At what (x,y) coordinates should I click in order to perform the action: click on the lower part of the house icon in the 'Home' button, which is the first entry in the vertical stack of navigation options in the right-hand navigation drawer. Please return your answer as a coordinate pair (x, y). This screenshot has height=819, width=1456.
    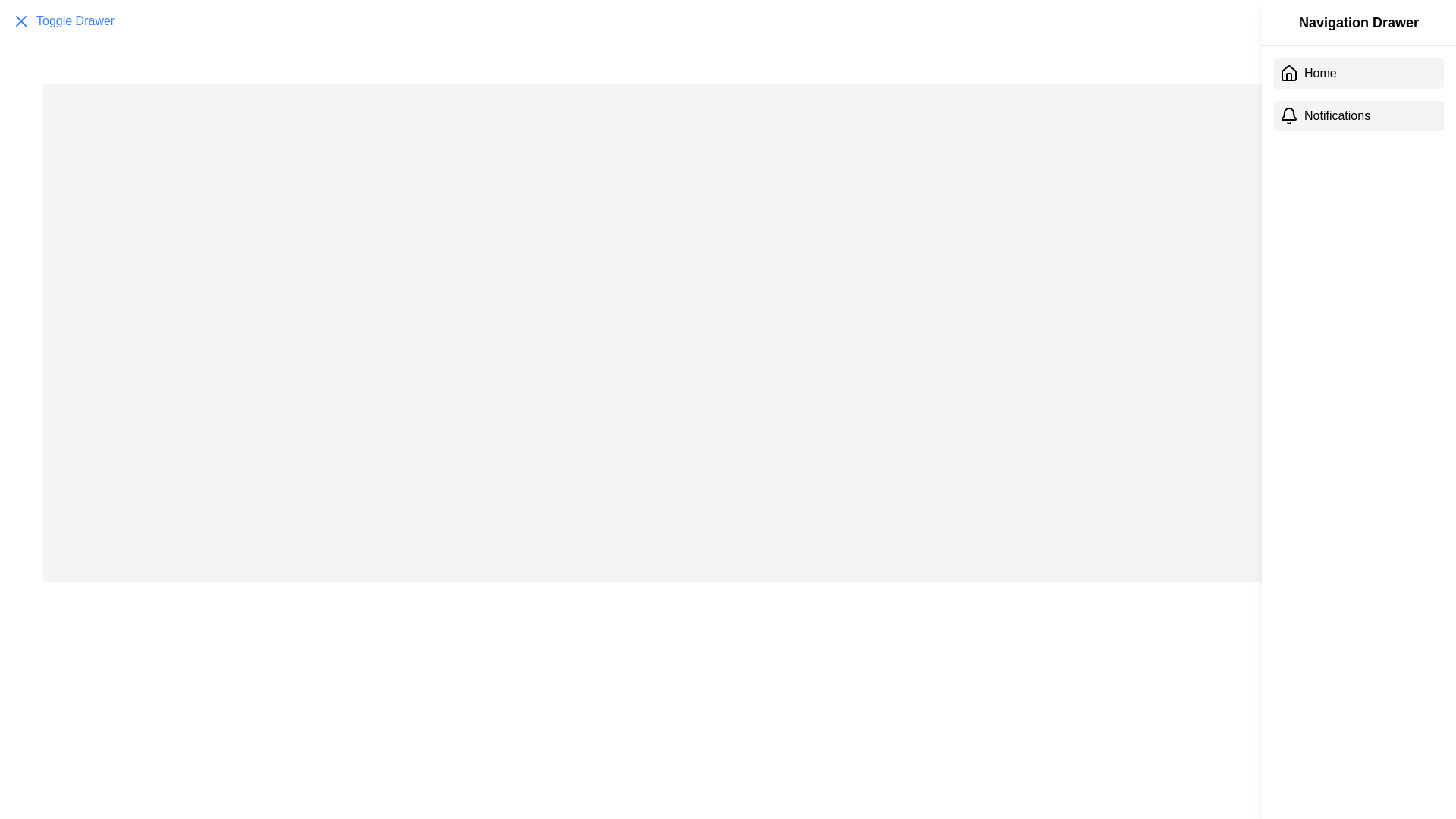
    Looking at the image, I should click on (1288, 73).